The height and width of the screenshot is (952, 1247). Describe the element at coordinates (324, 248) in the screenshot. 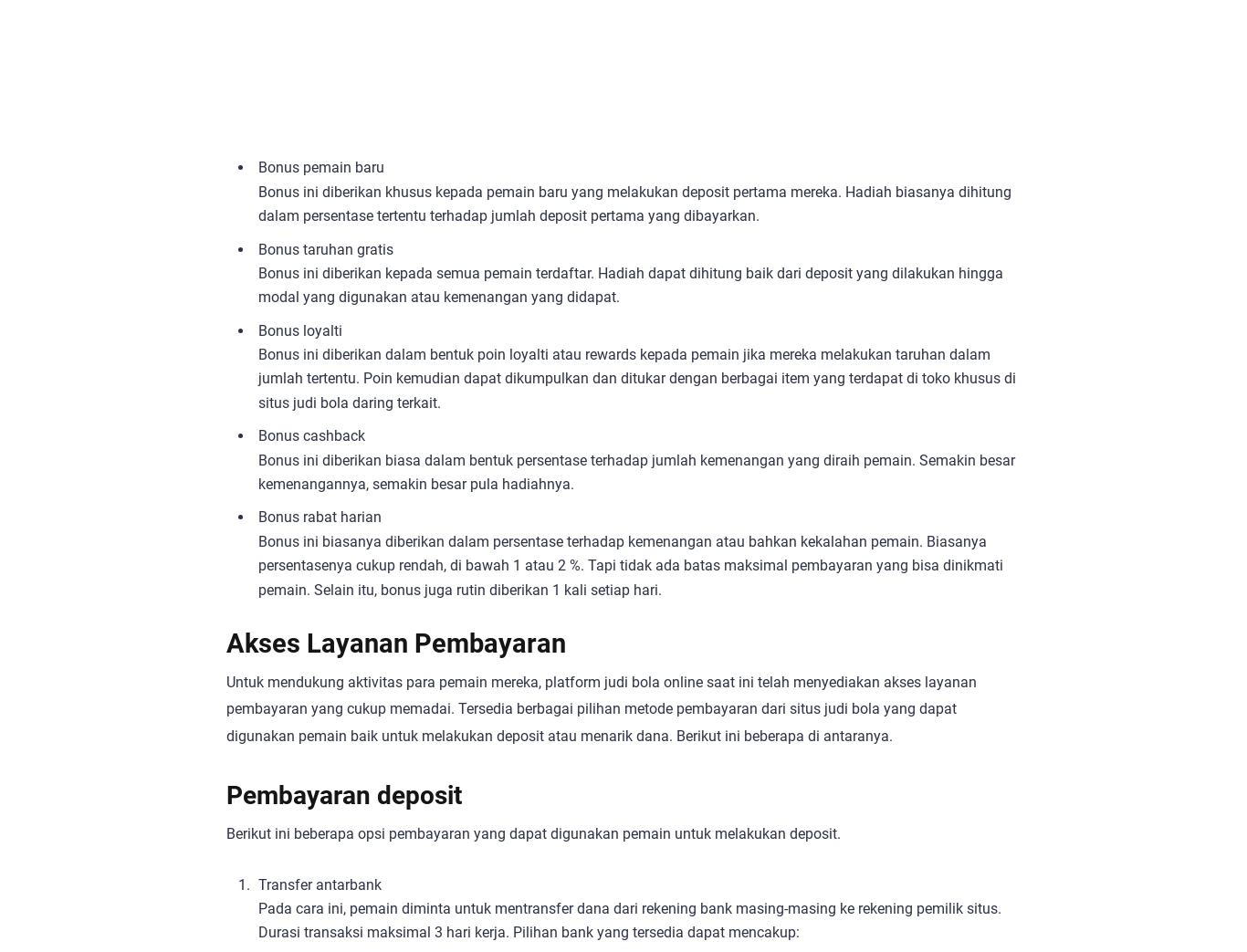

I see `'Bonus taruhan gratis'` at that location.